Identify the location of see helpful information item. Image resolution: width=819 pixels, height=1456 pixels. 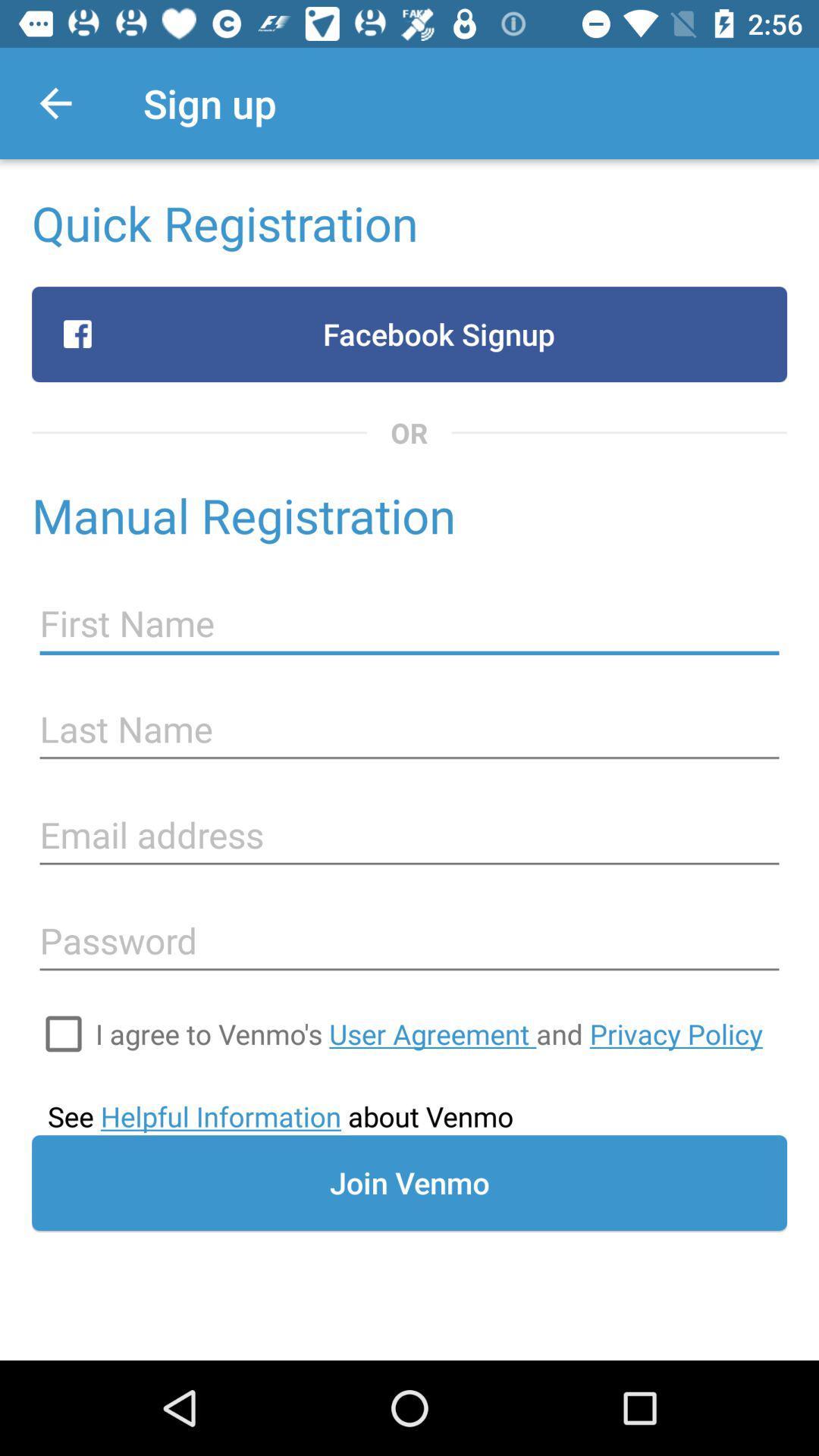
(281, 1116).